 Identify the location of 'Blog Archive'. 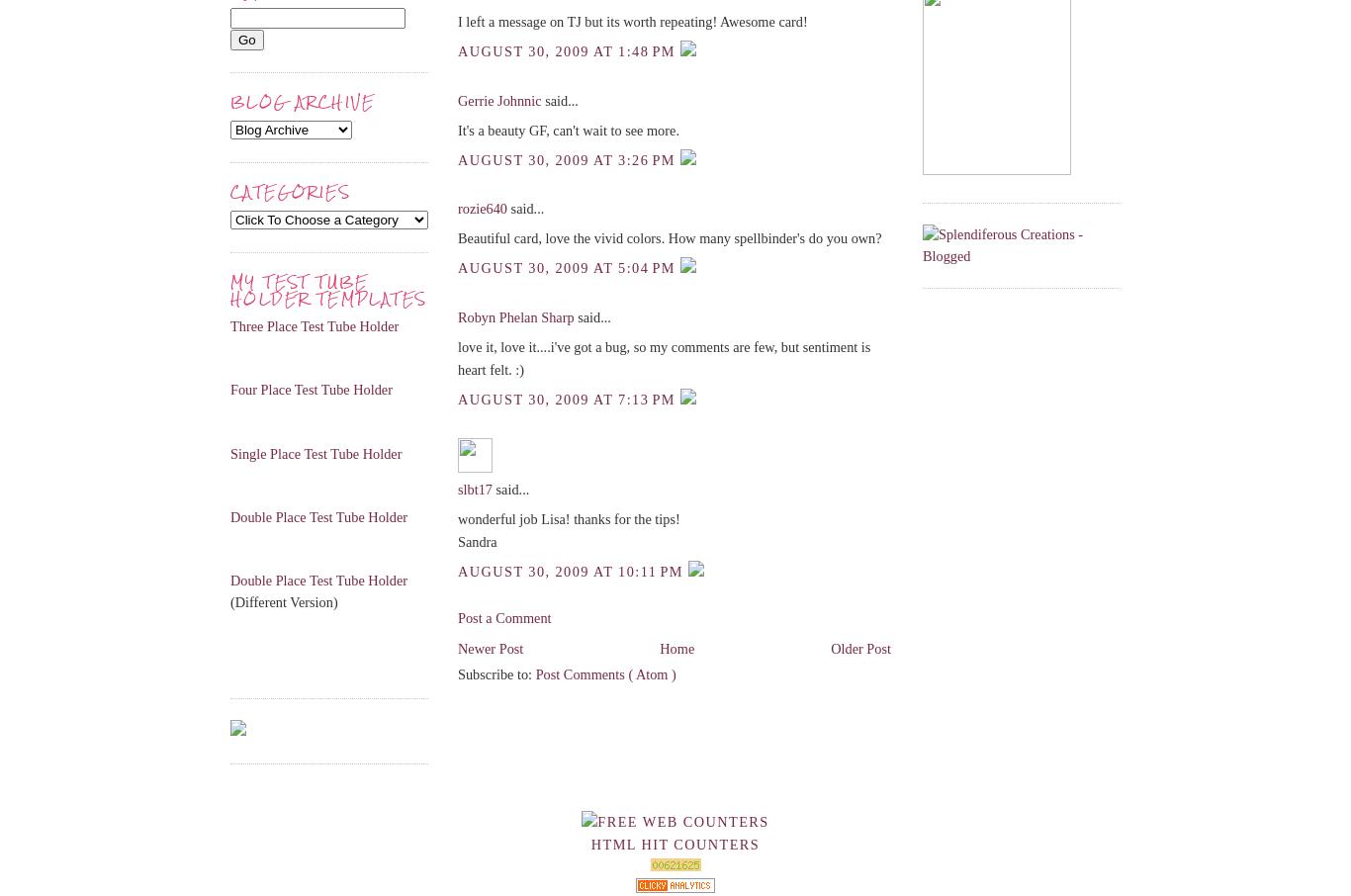
(230, 101).